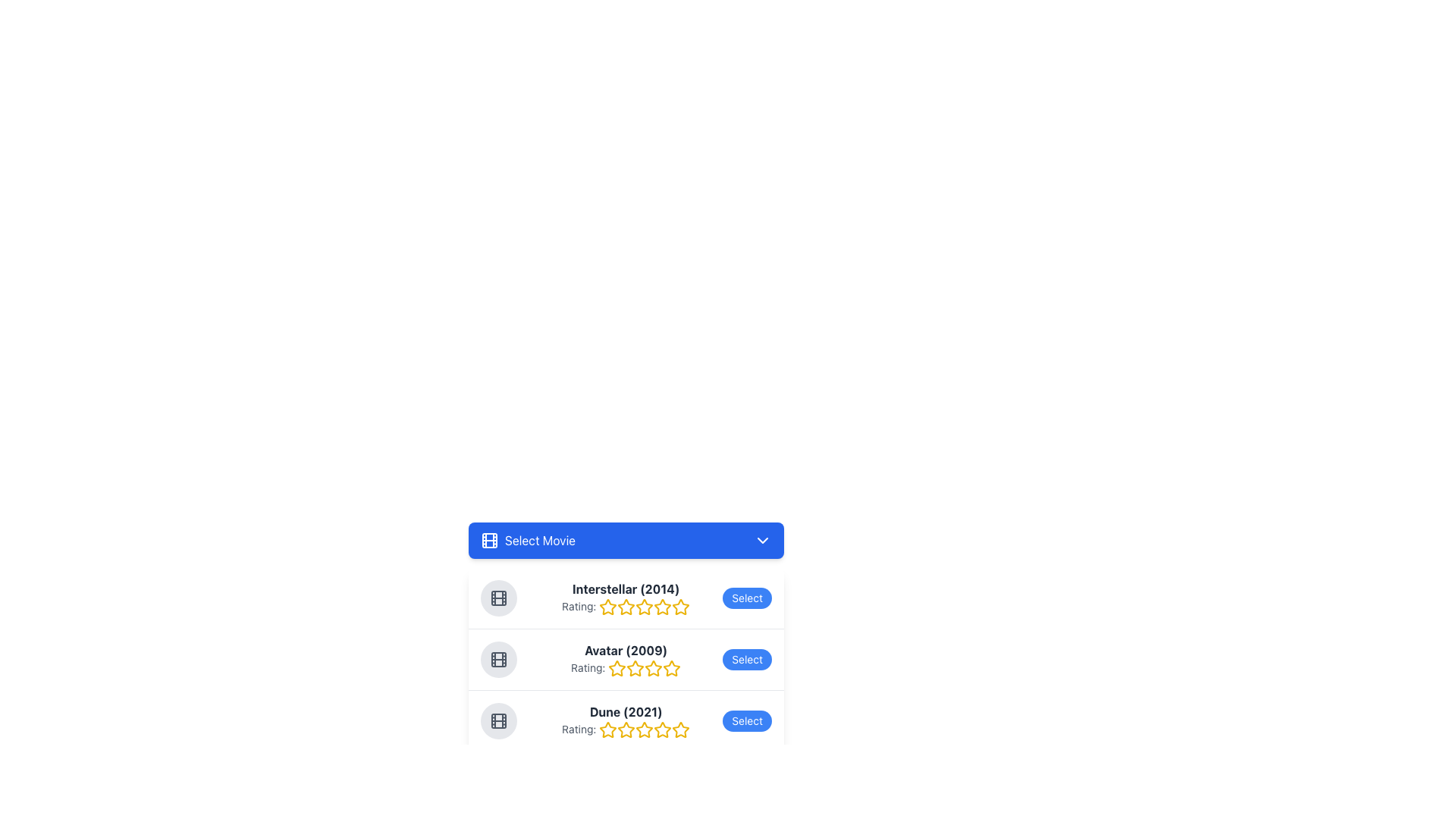  What do you see at coordinates (626, 720) in the screenshot?
I see `movie title 'Dune (2021)' and its rating represented by yellow stars from the Rating Display with Title element, which is the third item in the selectable list under the 'Select Movie' dropdown` at bounding box center [626, 720].